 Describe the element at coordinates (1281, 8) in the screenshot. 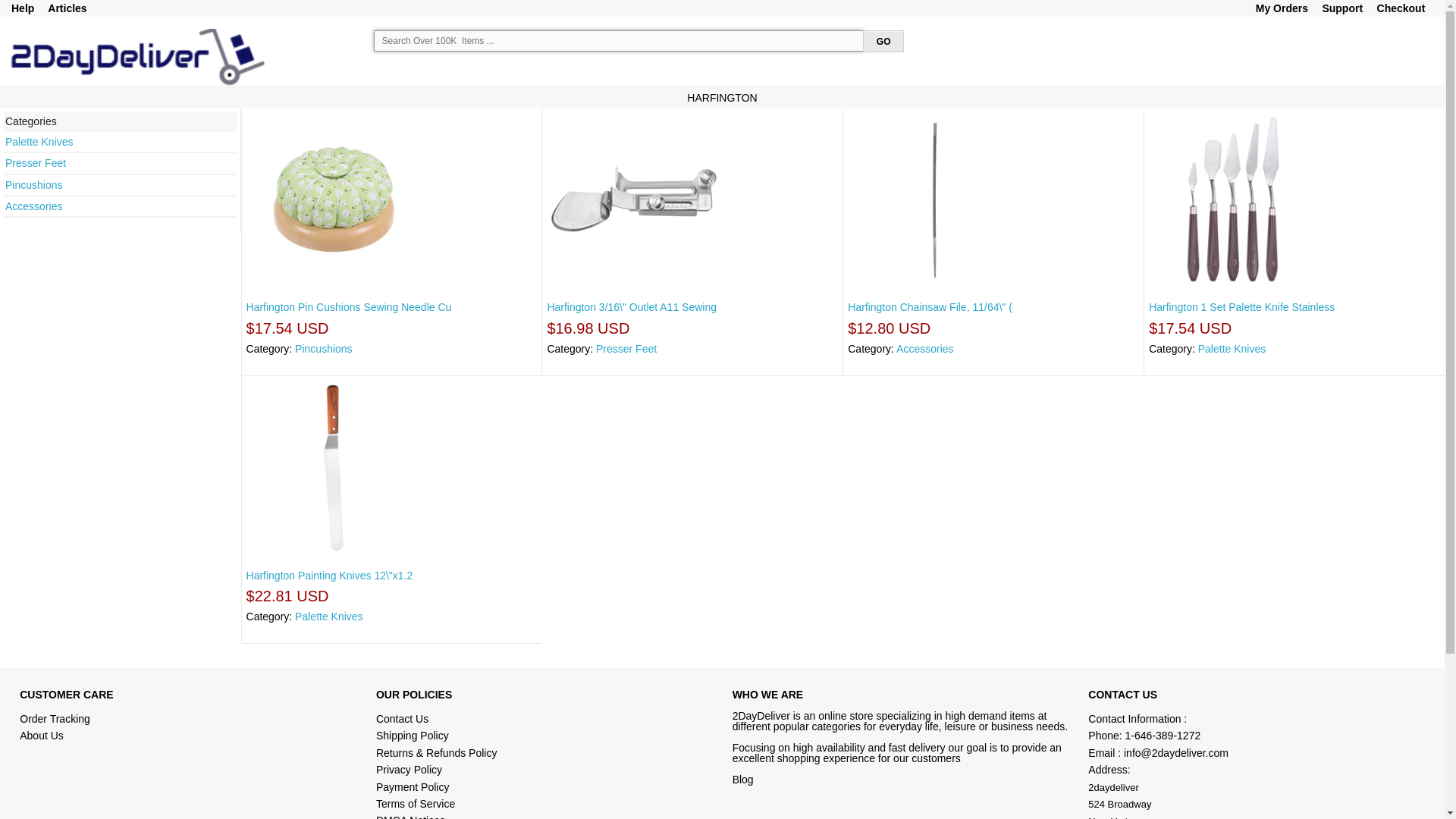

I see `'My Orders'` at that location.